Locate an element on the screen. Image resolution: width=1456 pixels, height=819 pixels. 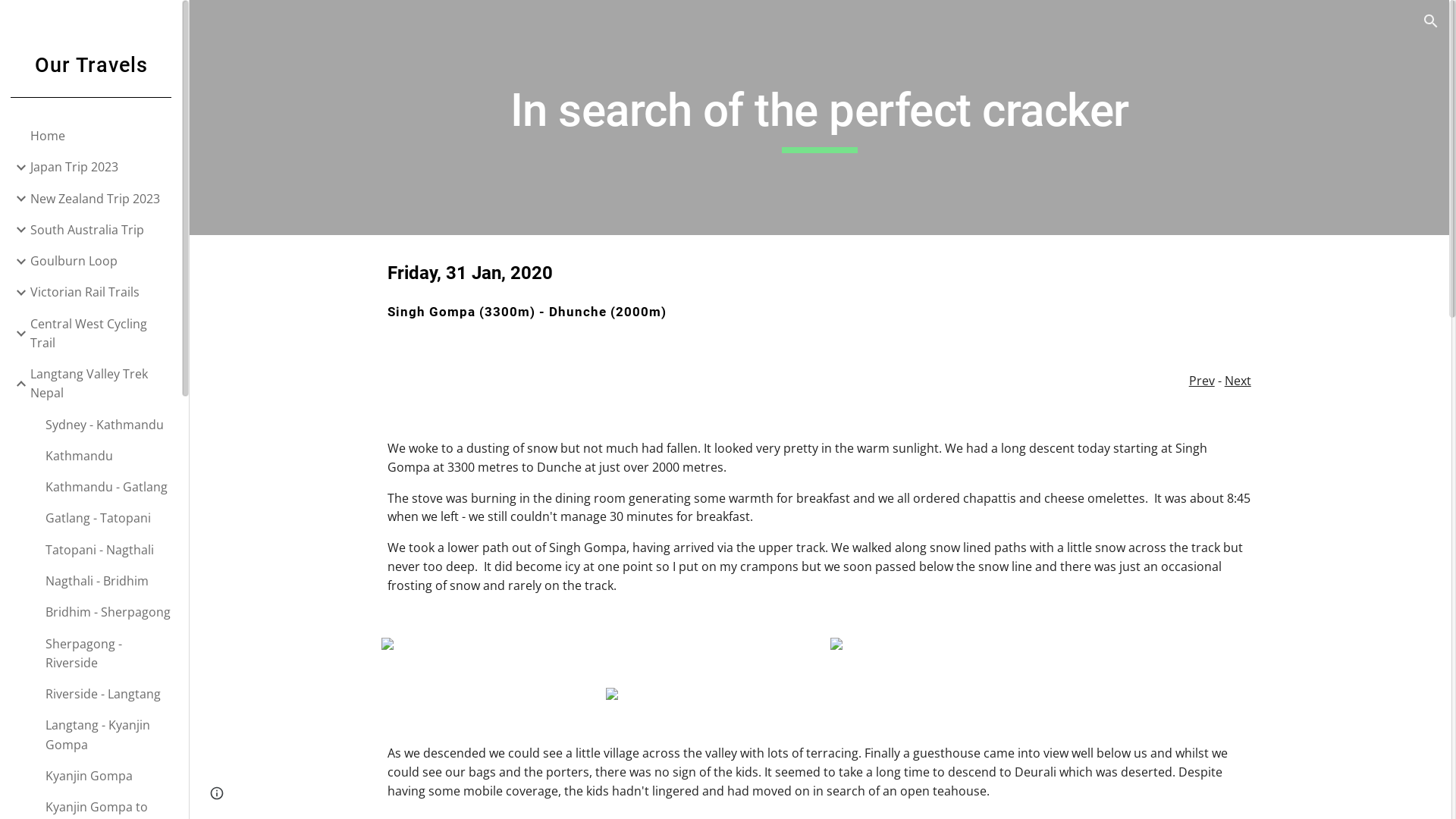
'Goulburn Loop' is located at coordinates (99, 260).